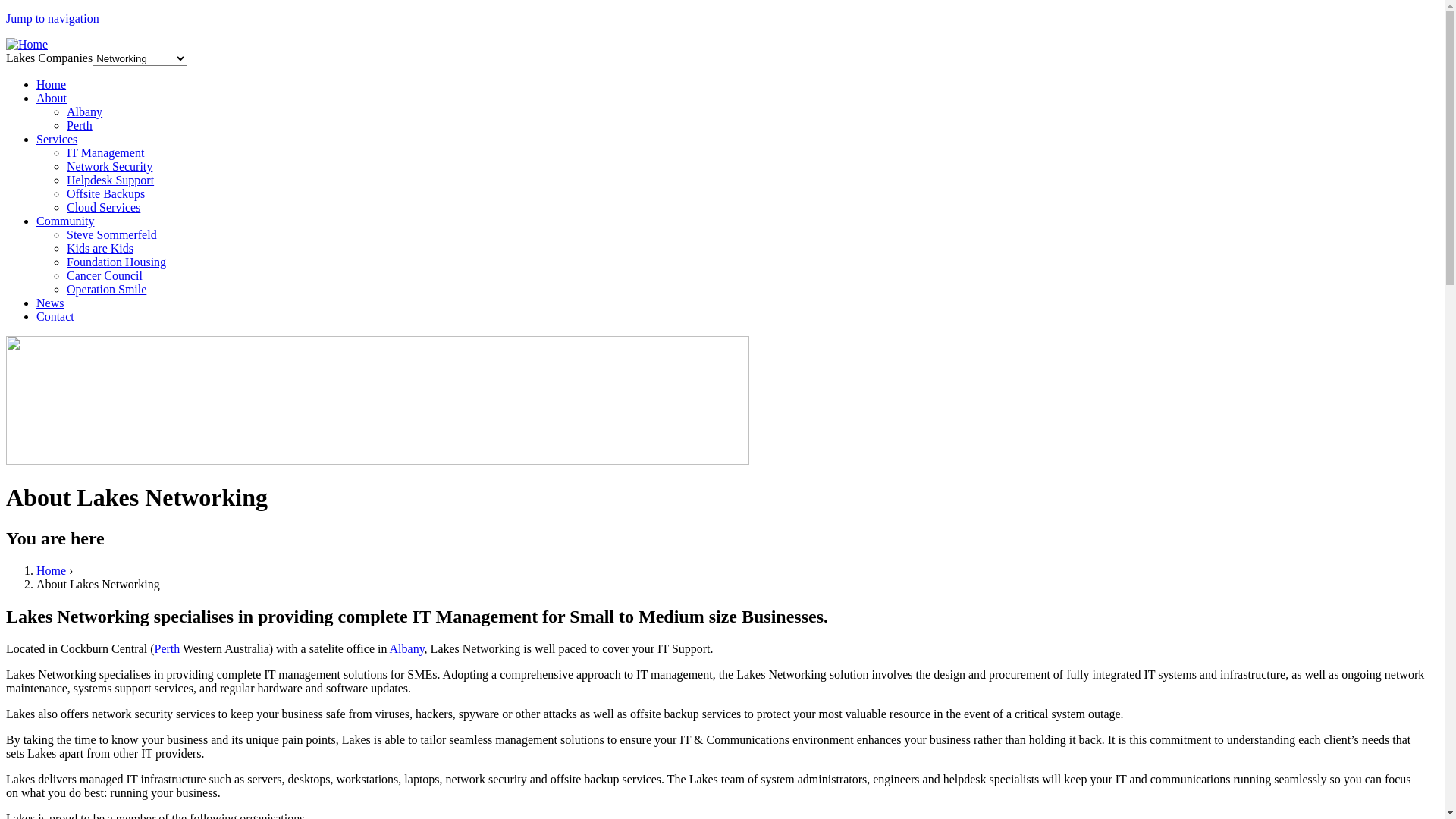 The width and height of the screenshot is (1456, 819). What do you see at coordinates (111, 234) in the screenshot?
I see `'Steve Sommerfeld'` at bounding box center [111, 234].